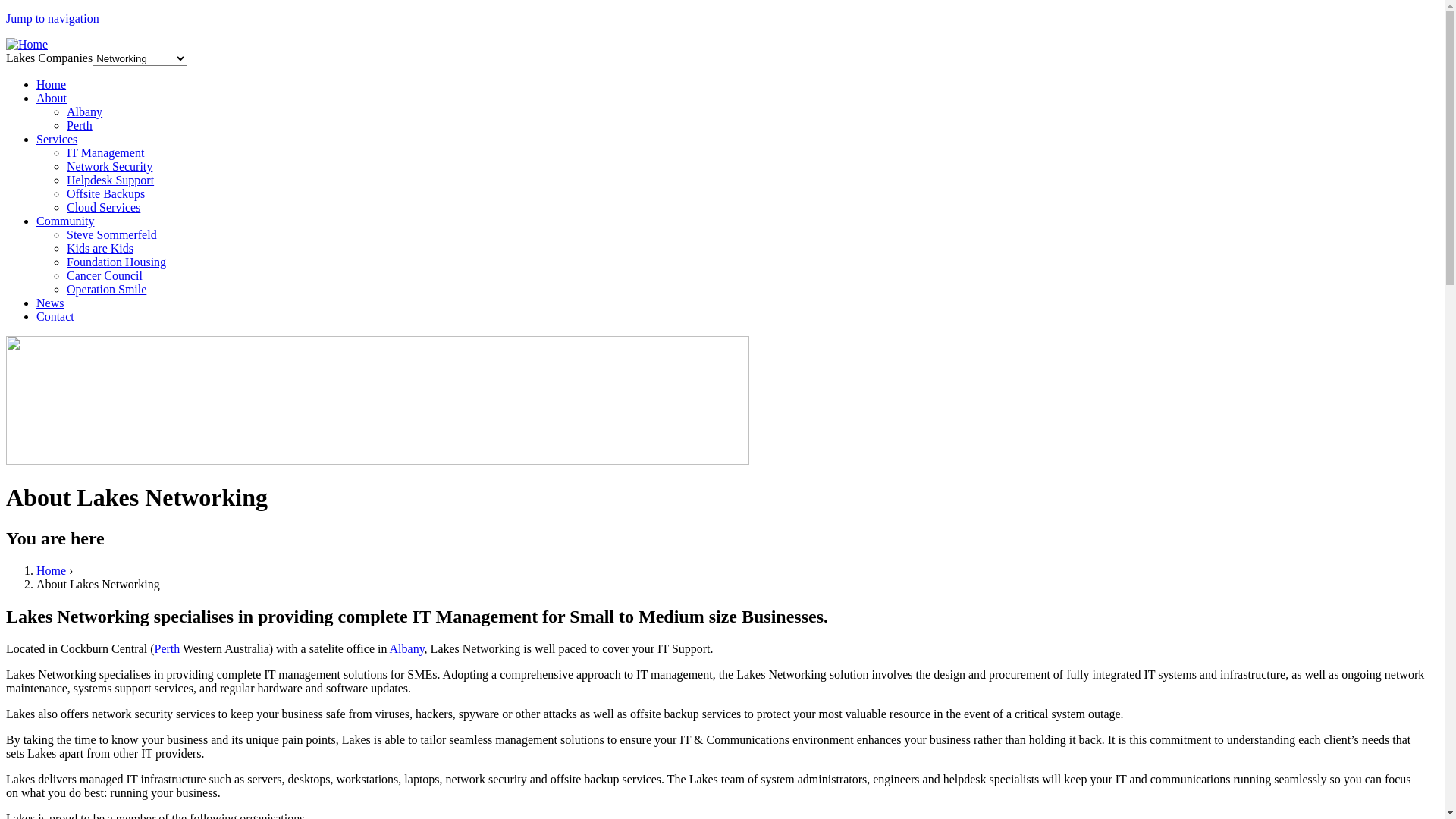 The width and height of the screenshot is (1456, 819). What do you see at coordinates (111, 234) in the screenshot?
I see `'Steve Sommerfeld'` at bounding box center [111, 234].